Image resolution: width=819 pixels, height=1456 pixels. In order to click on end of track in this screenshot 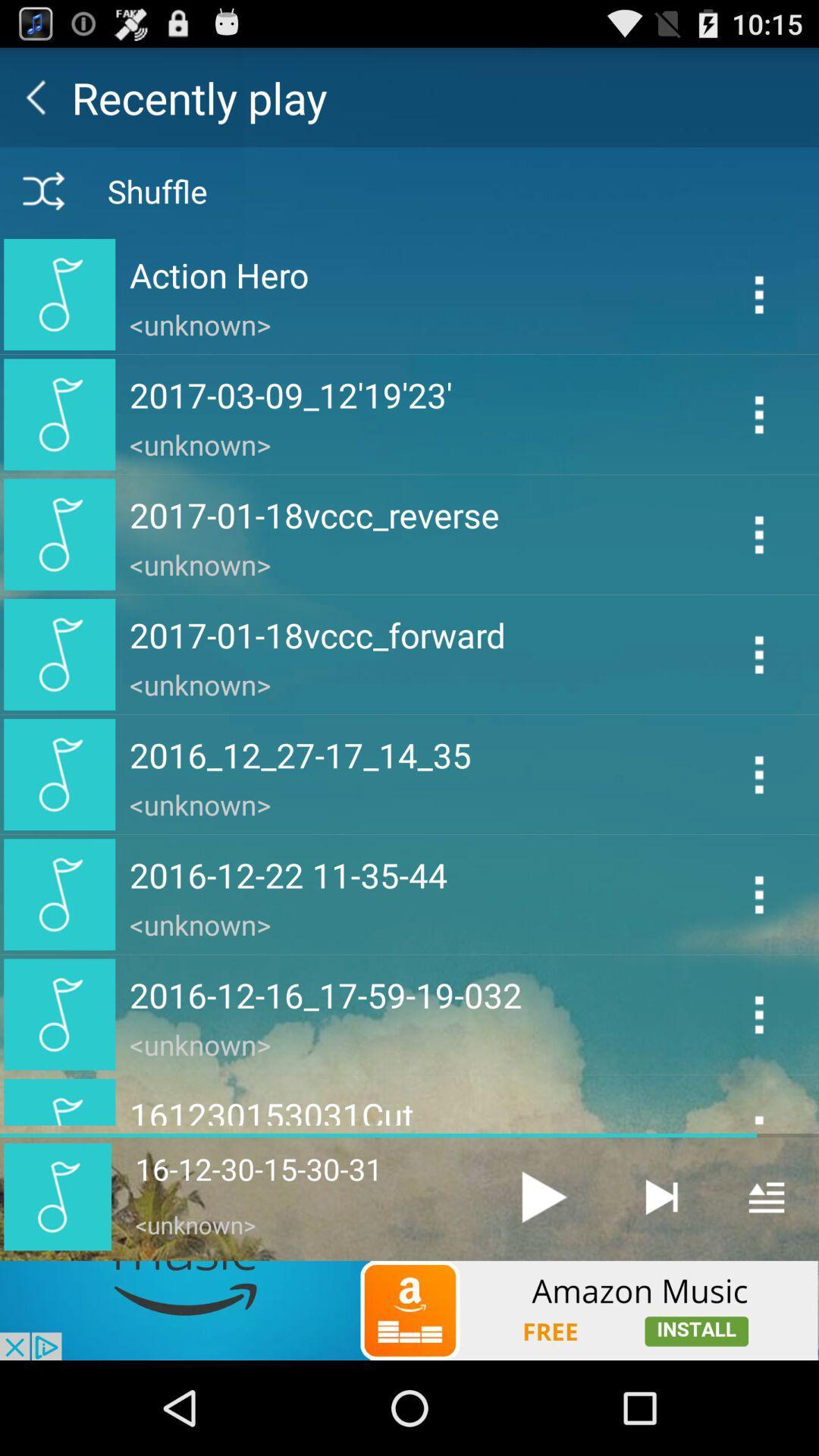, I will do `click(660, 1196)`.